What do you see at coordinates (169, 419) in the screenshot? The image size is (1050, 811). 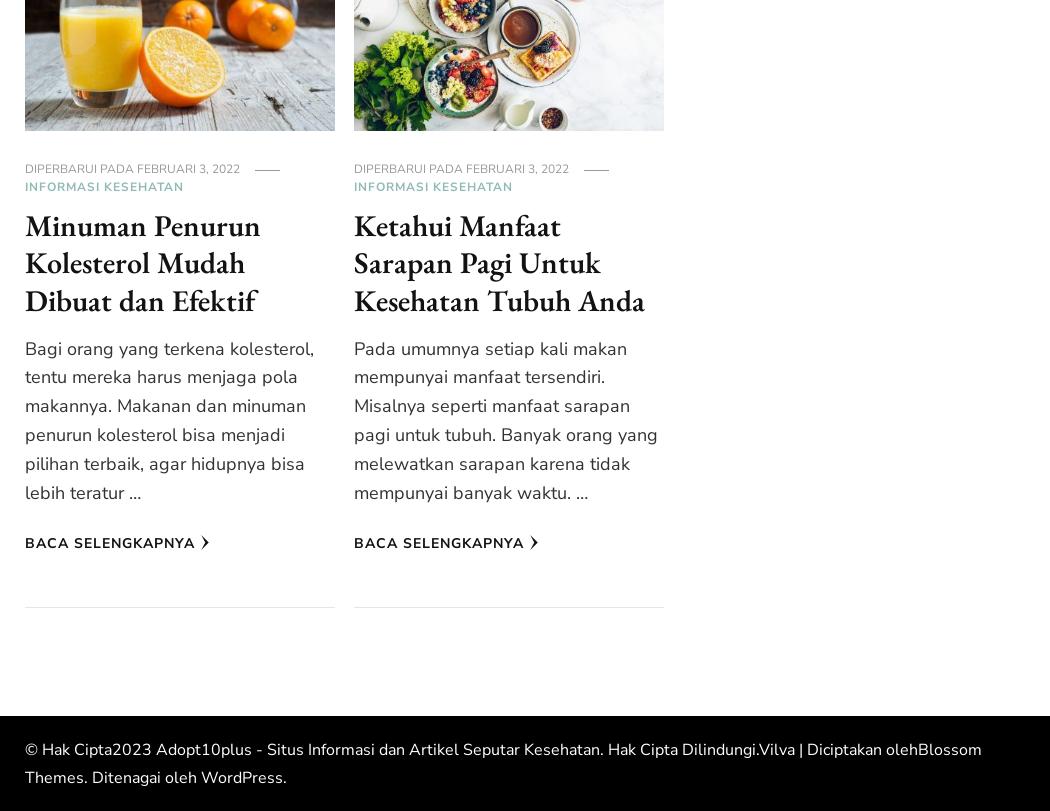 I see `'Bagi orang yang terkena kolesterol, tentu mereka harus menjaga pola makannya. Makanan dan minuman penurun kolesterol bisa menjadi pilihan terbaik, agar hidupnya bisa lebih teratur …'` at bounding box center [169, 419].